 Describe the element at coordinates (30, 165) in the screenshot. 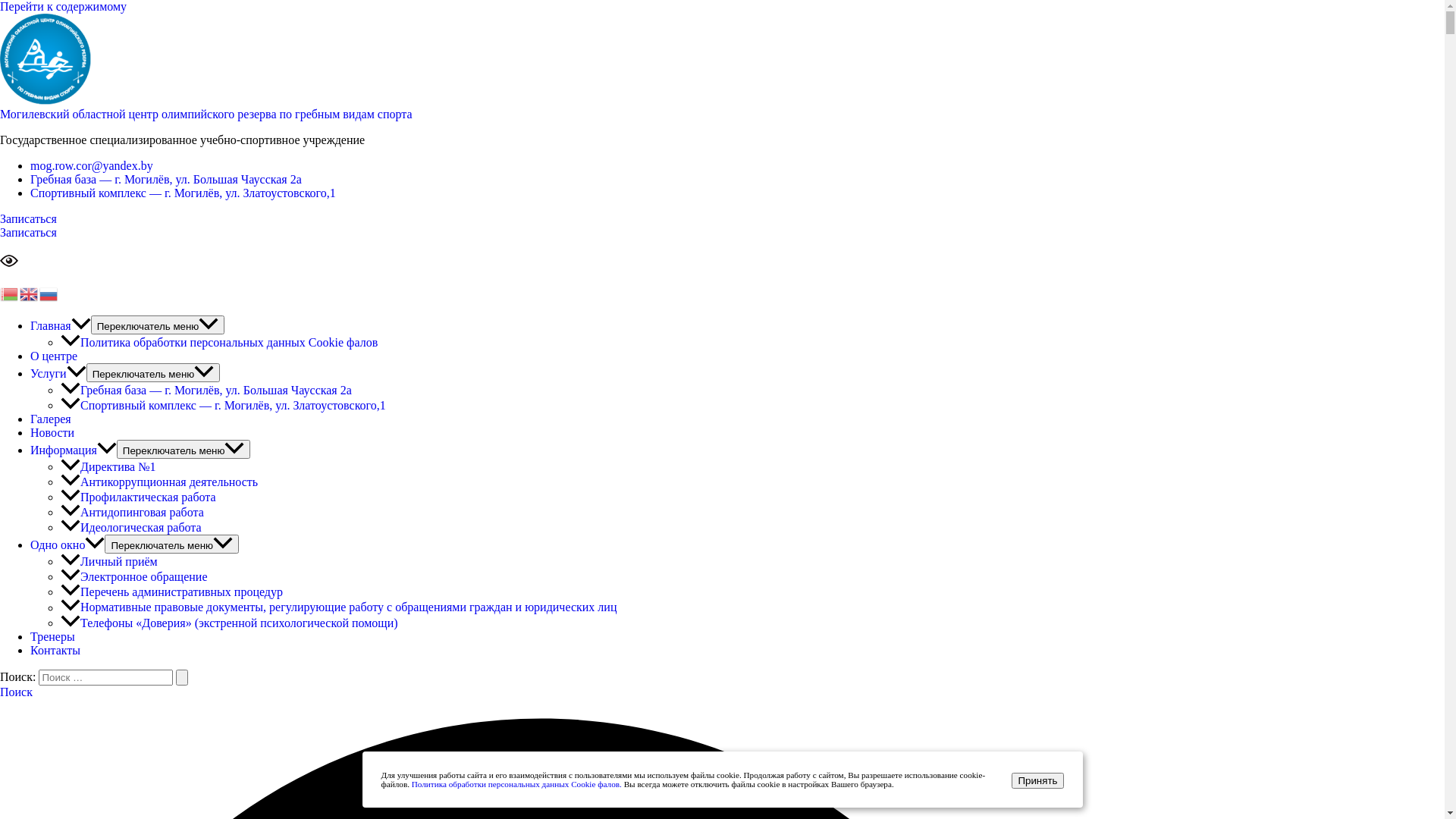

I see `'mog.row.cor@yandex.by'` at that location.